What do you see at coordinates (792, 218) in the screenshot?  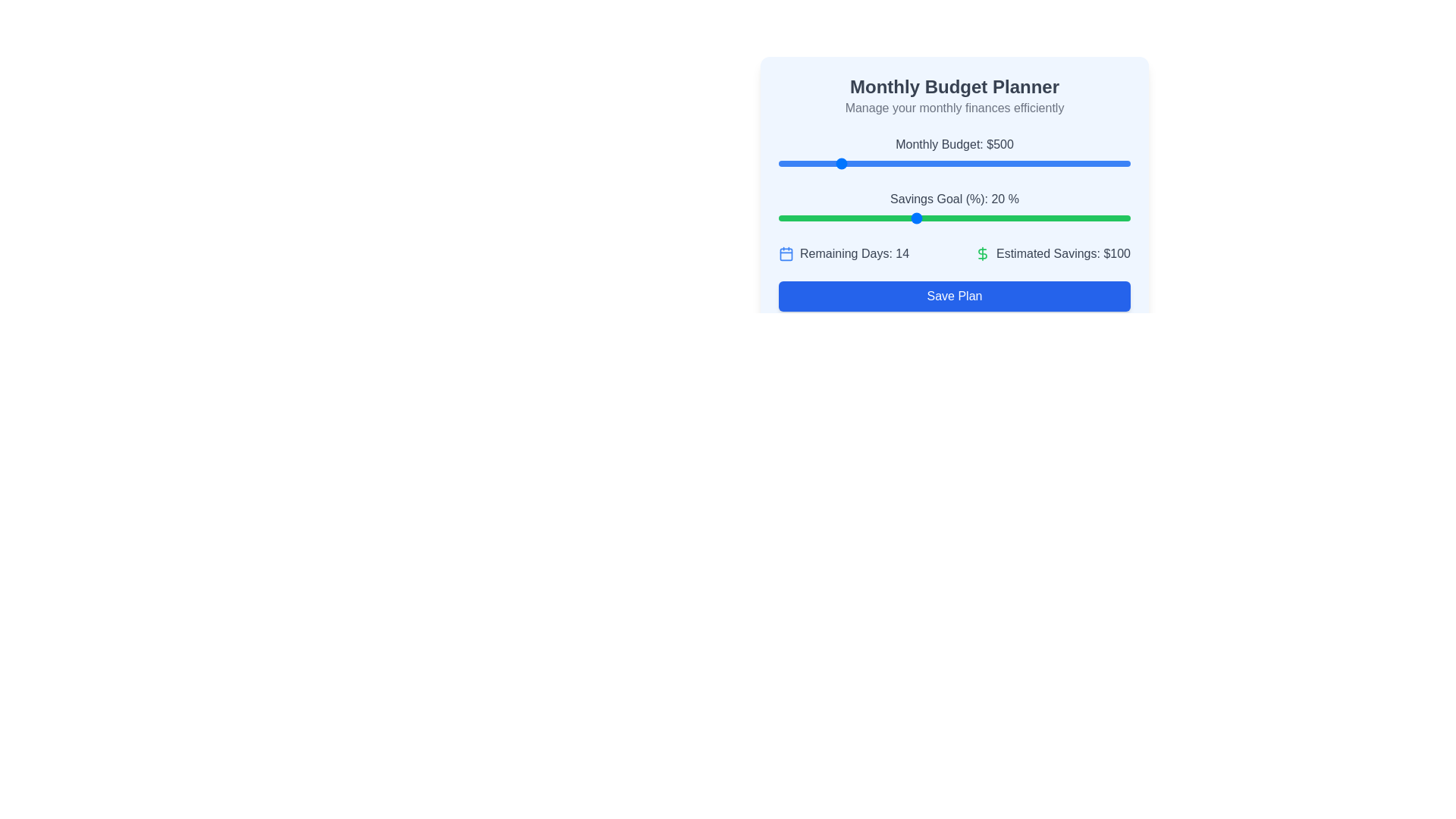 I see `the Savings Goal (%)` at bounding box center [792, 218].